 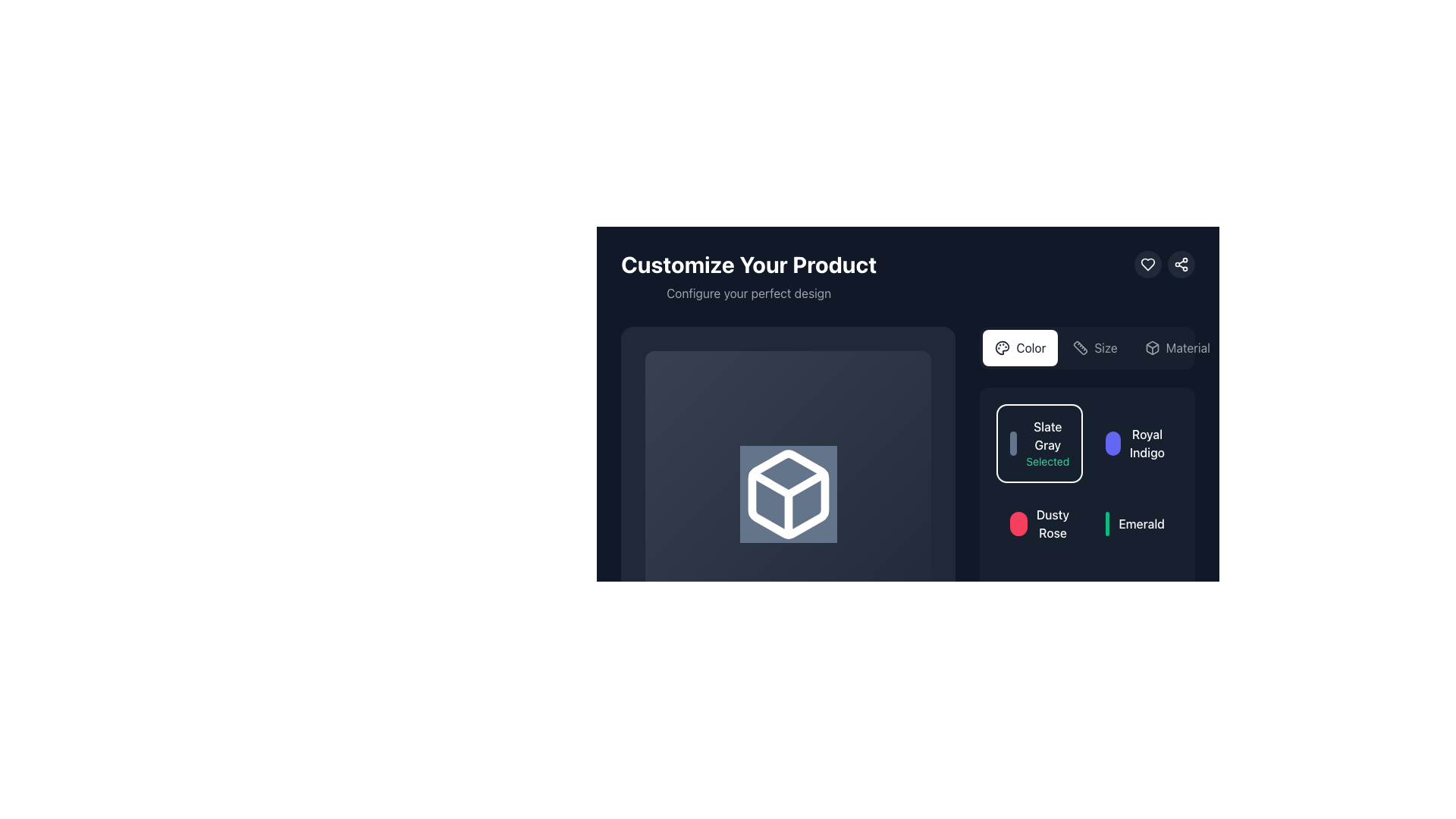 What do you see at coordinates (788, 484) in the screenshot?
I see `the triangular pattern within the cube-like icon, which is centrally located in the primary section of the interface` at bounding box center [788, 484].